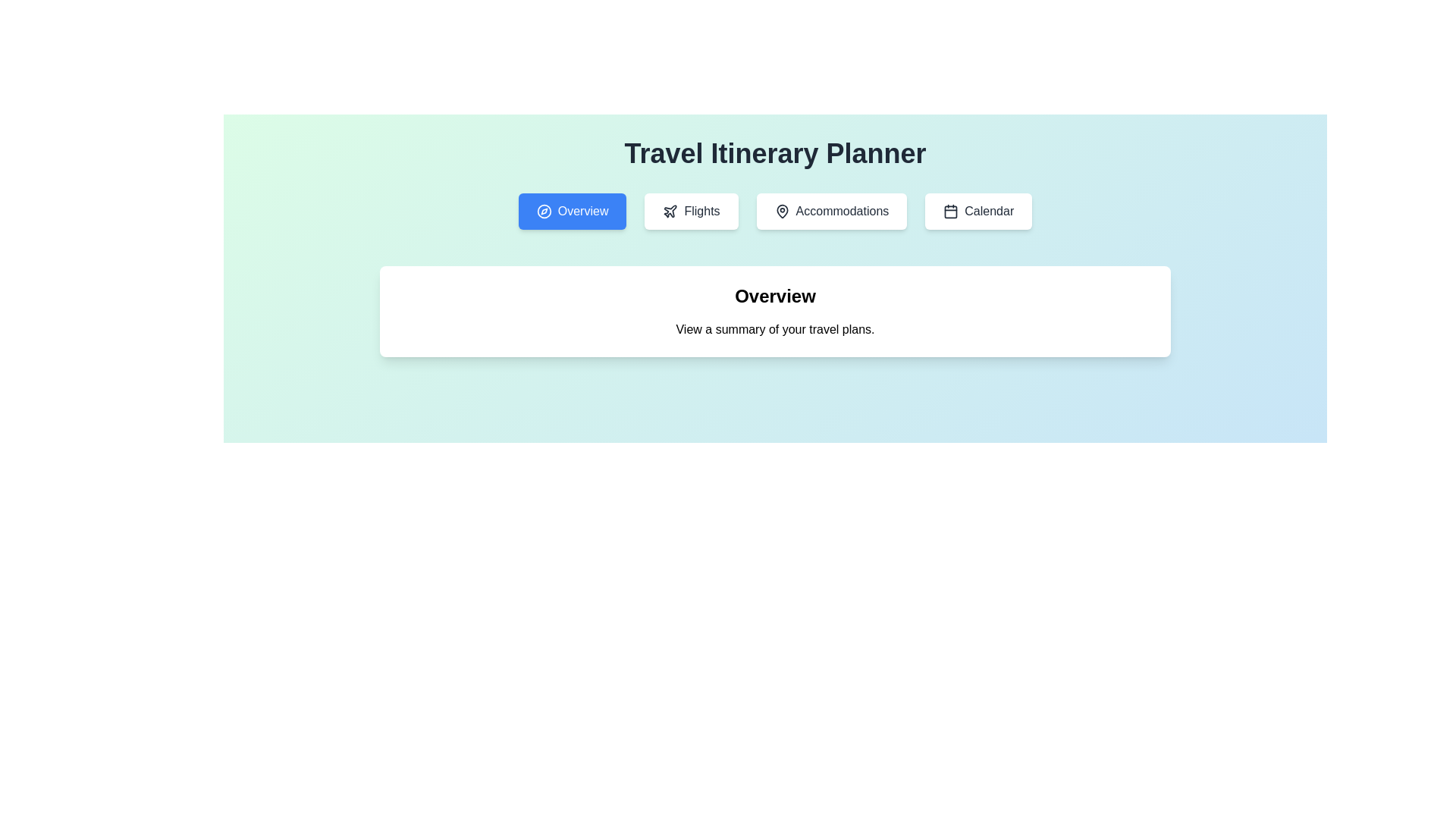 This screenshot has height=819, width=1456. Describe the element at coordinates (950, 212) in the screenshot. I see `the graphical shape that is part of the calendar icon located to the right of the navigation buttons labeled 'Overview', 'Flights', and 'Accommodations'` at that location.